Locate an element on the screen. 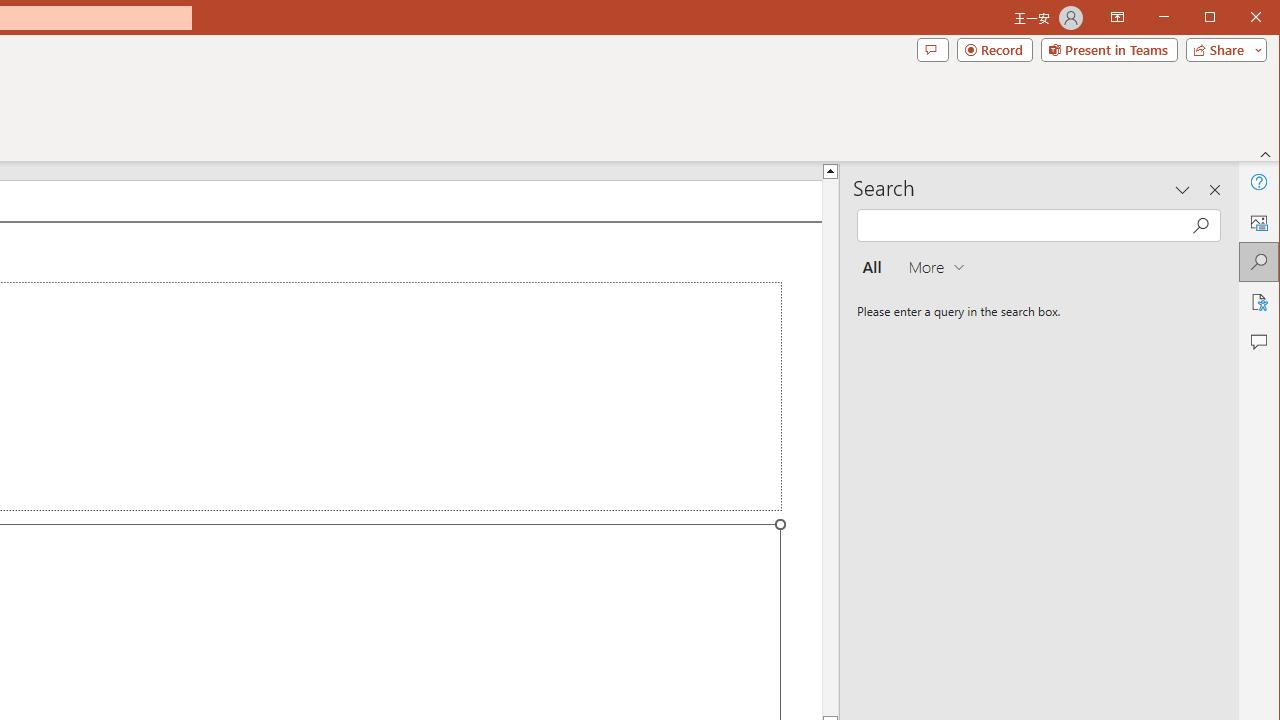  'Collapse the Ribbon' is located at coordinates (1265, 153).